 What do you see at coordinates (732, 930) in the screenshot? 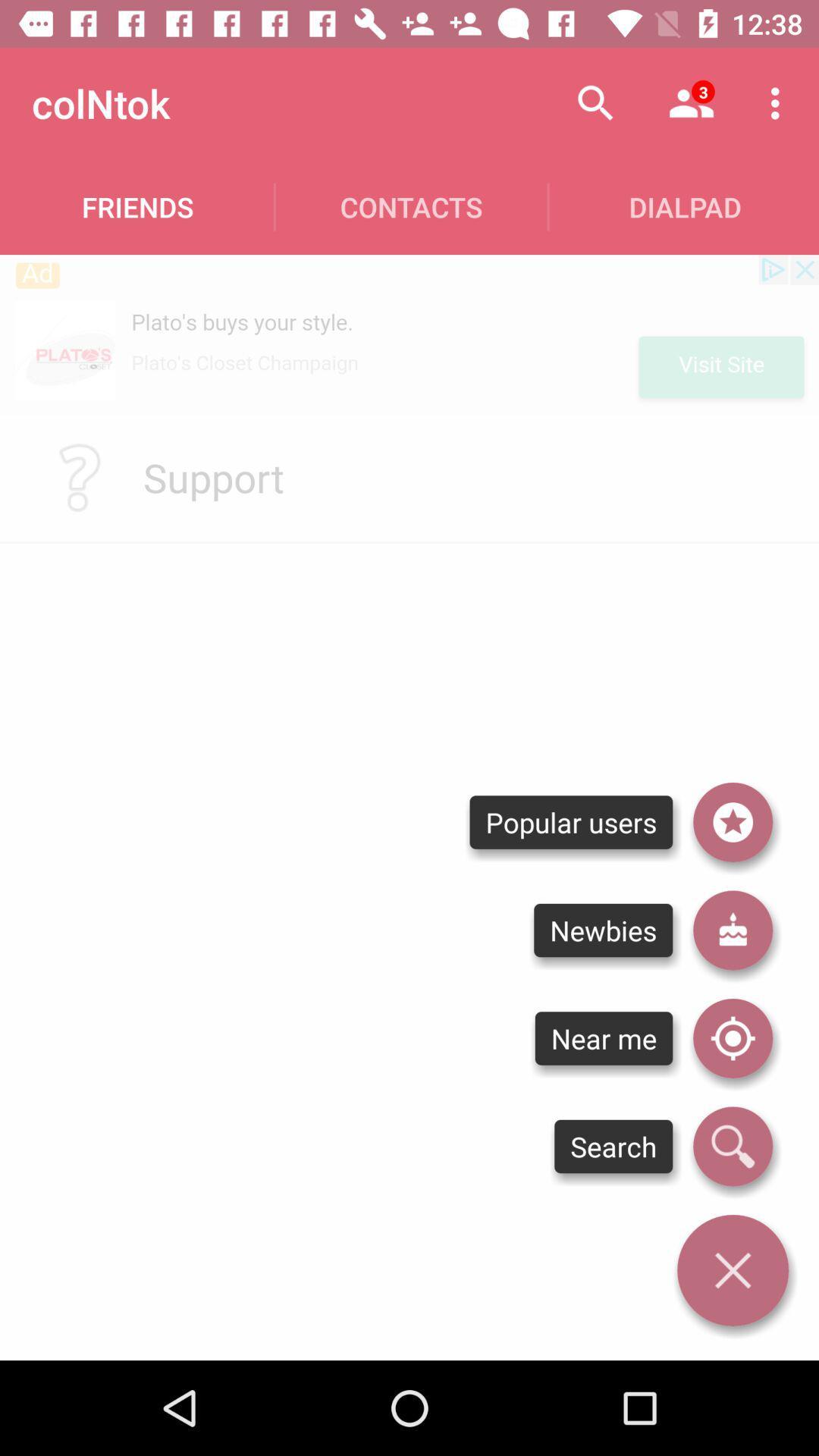
I see `the gift icon` at bounding box center [732, 930].